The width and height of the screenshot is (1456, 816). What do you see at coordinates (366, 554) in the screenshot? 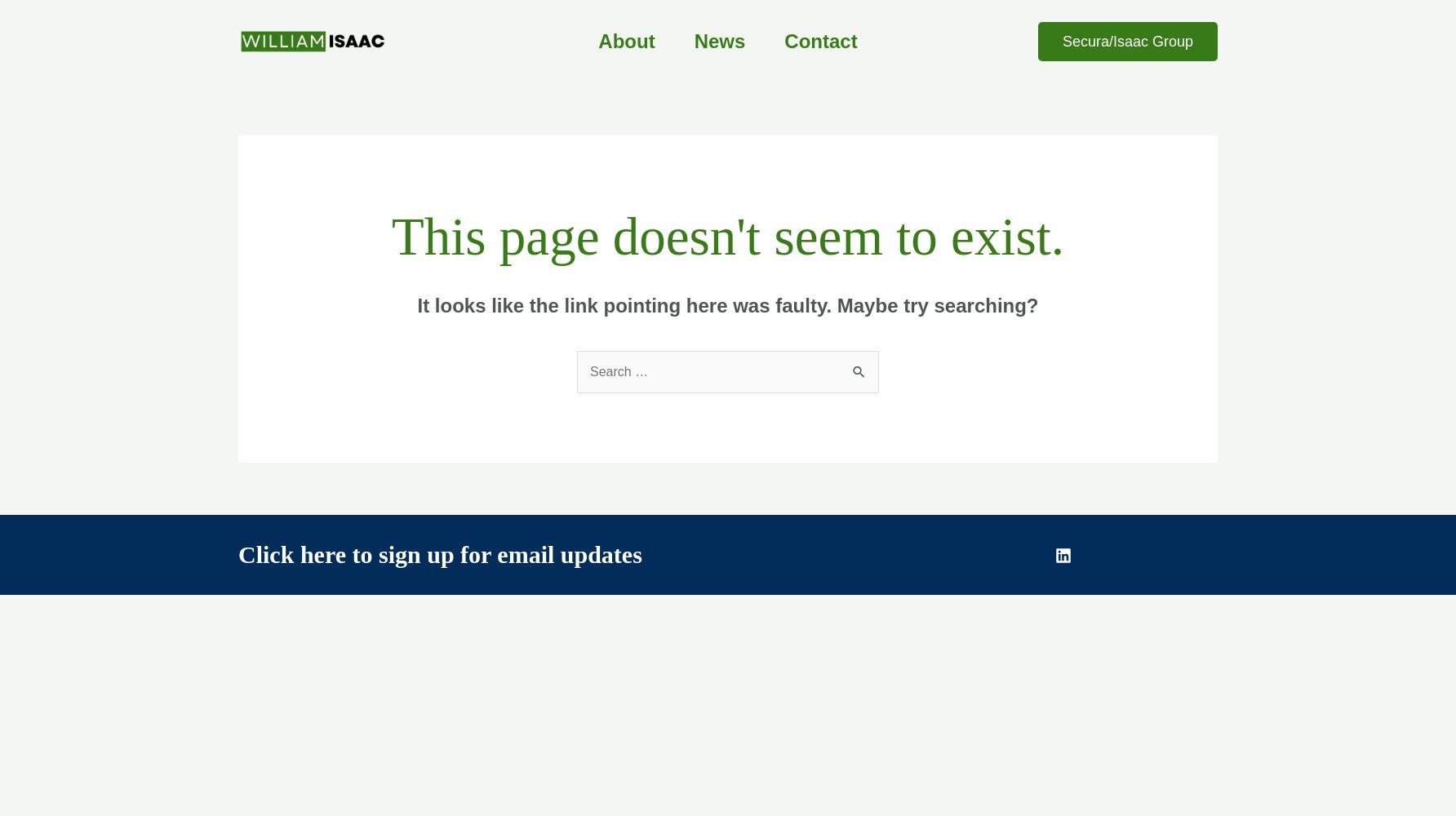
I see `'o'` at bounding box center [366, 554].